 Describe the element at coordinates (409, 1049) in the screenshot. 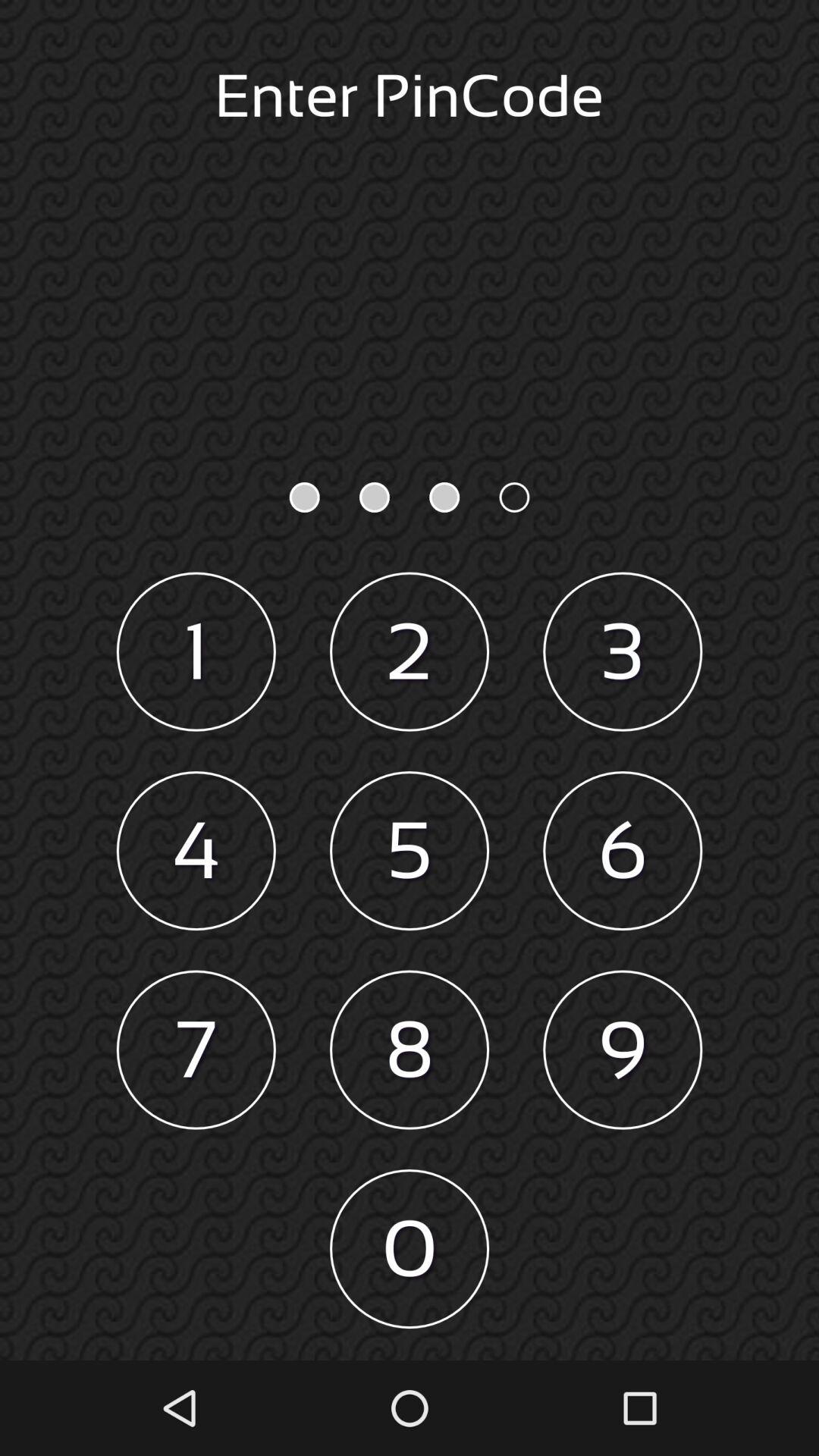

I see `item to the right of 7 item` at that location.